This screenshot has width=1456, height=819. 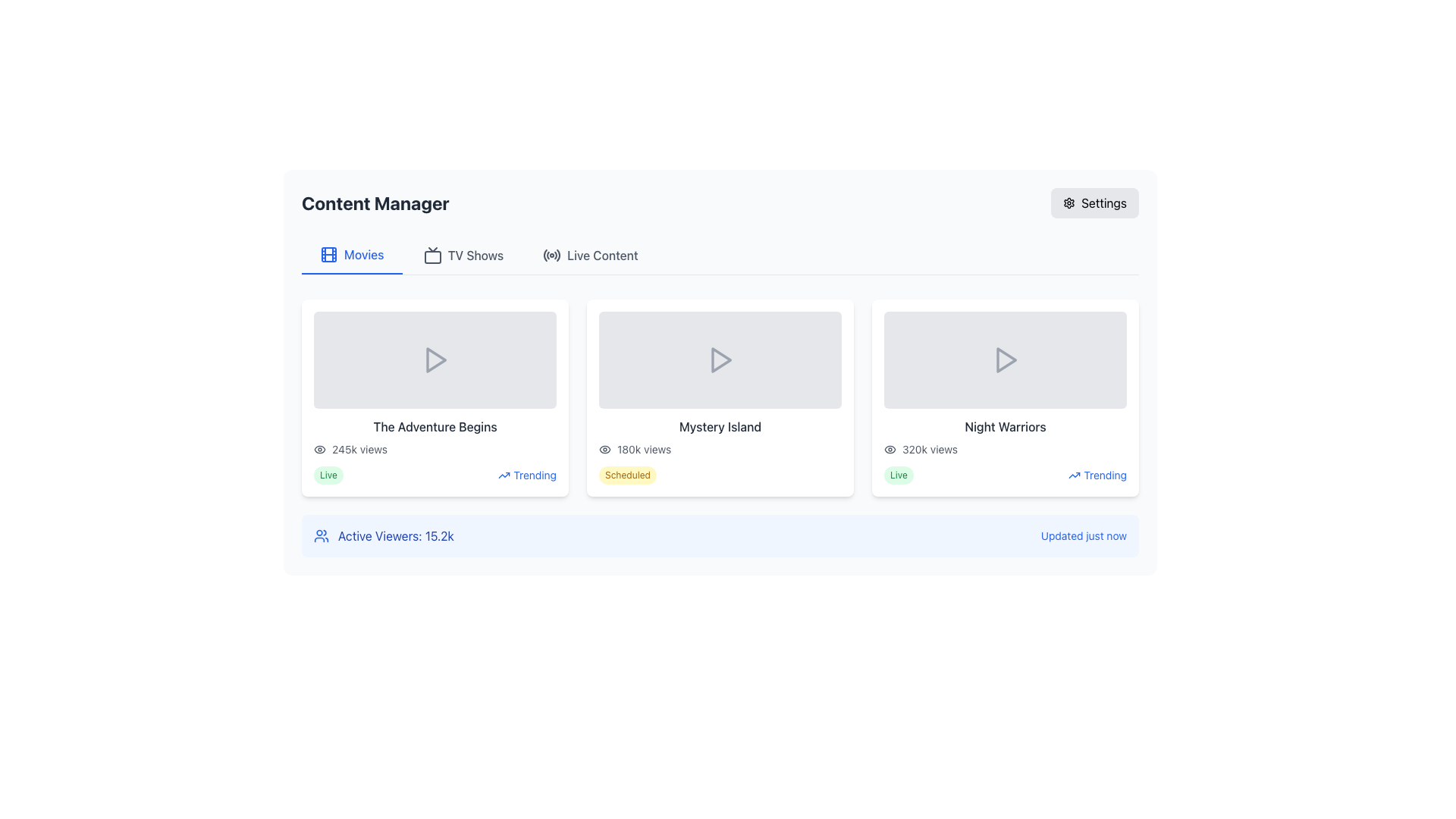 What do you see at coordinates (463, 254) in the screenshot?
I see `the 'TV Shows' tab button in the navigation bar` at bounding box center [463, 254].